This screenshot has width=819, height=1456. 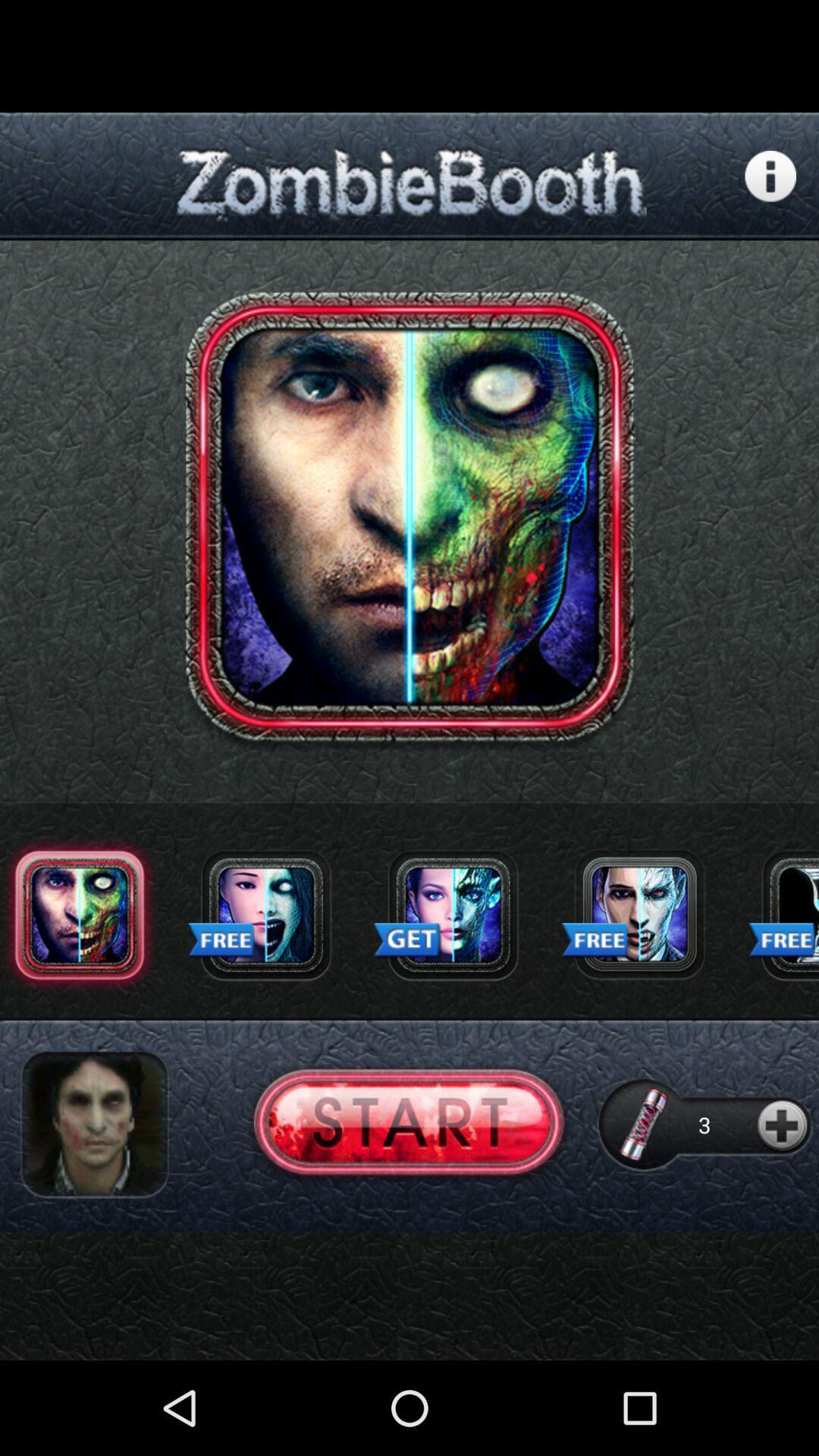 I want to click on the add icon, so click(x=784, y=1203).